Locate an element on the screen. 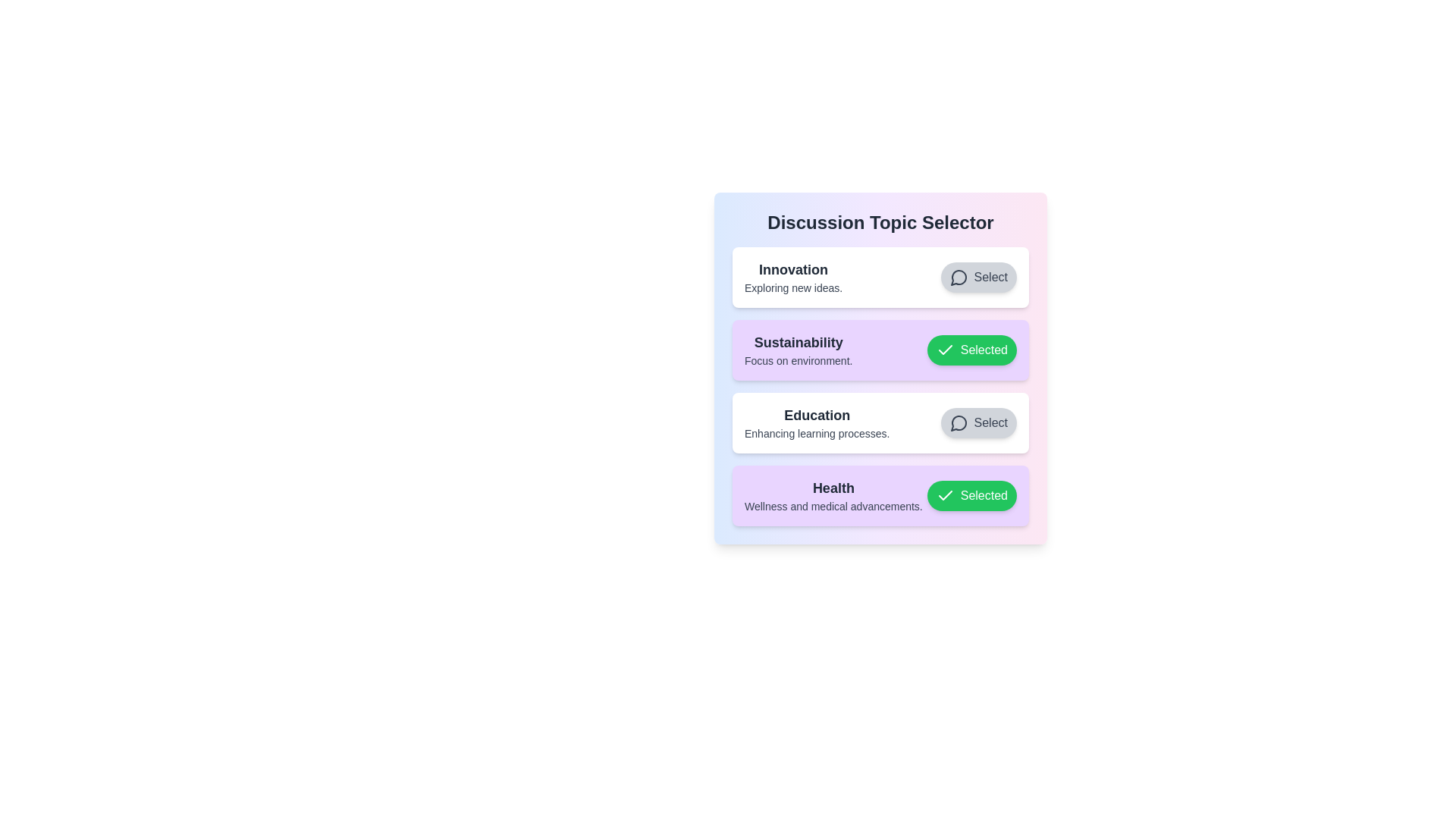  the description of the topic Health is located at coordinates (833, 496).